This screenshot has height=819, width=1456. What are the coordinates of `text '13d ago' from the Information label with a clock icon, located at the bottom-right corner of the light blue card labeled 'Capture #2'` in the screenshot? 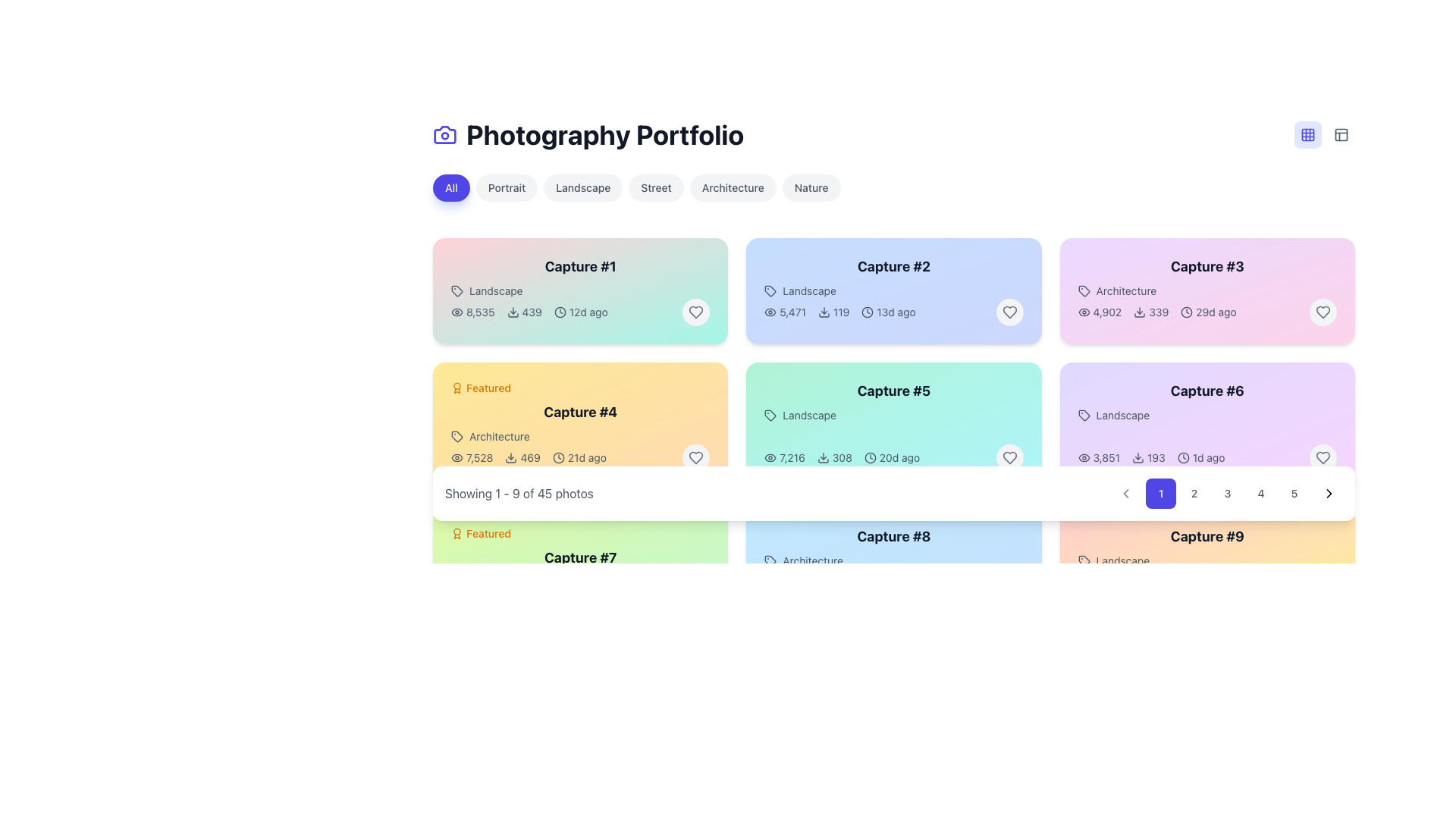 It's located at (889, 312).